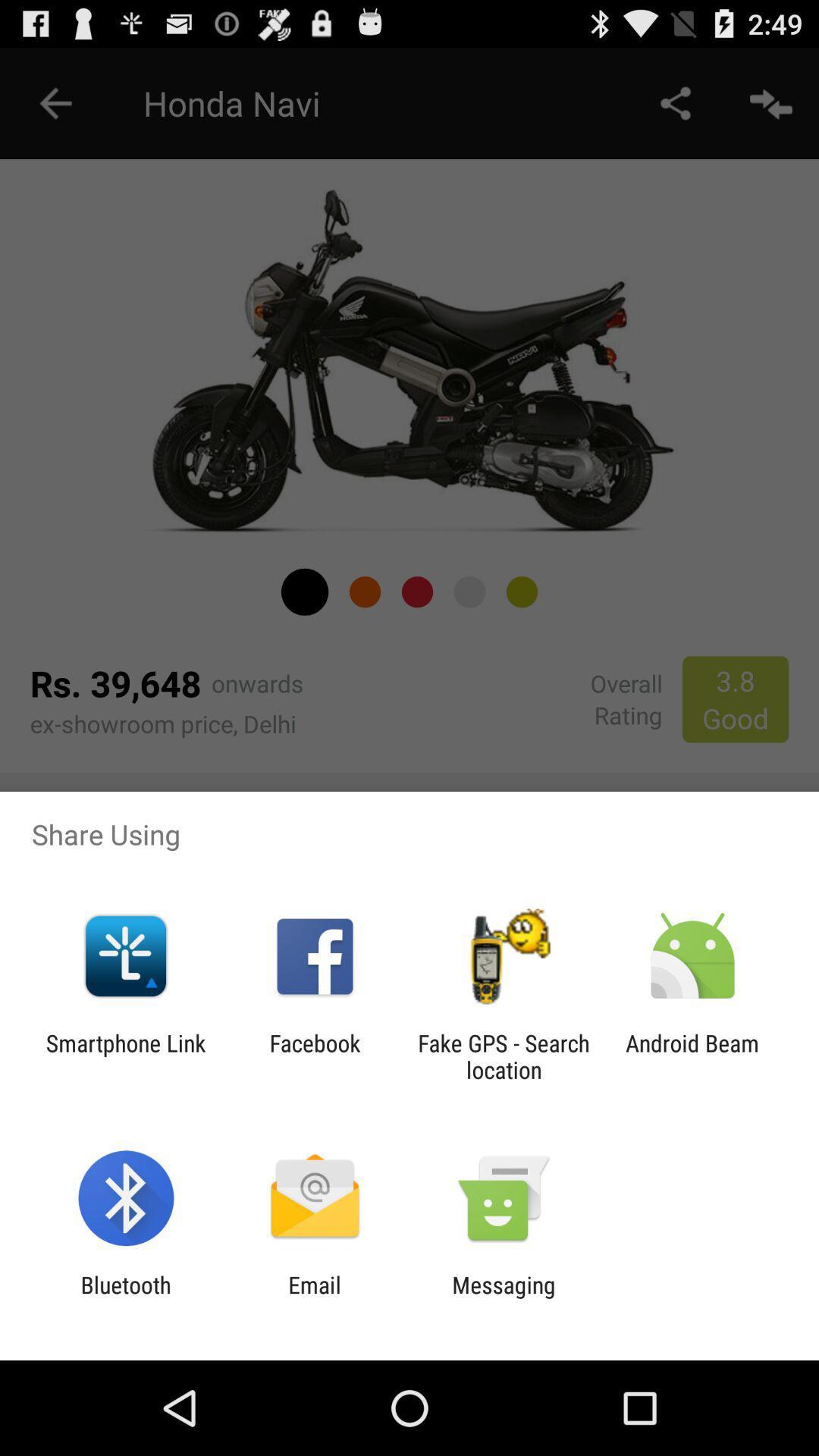  What do you see at coordinates (504, 1056) in the screenshot?
I see `fake gps search` at bounding box center [504, 1056].